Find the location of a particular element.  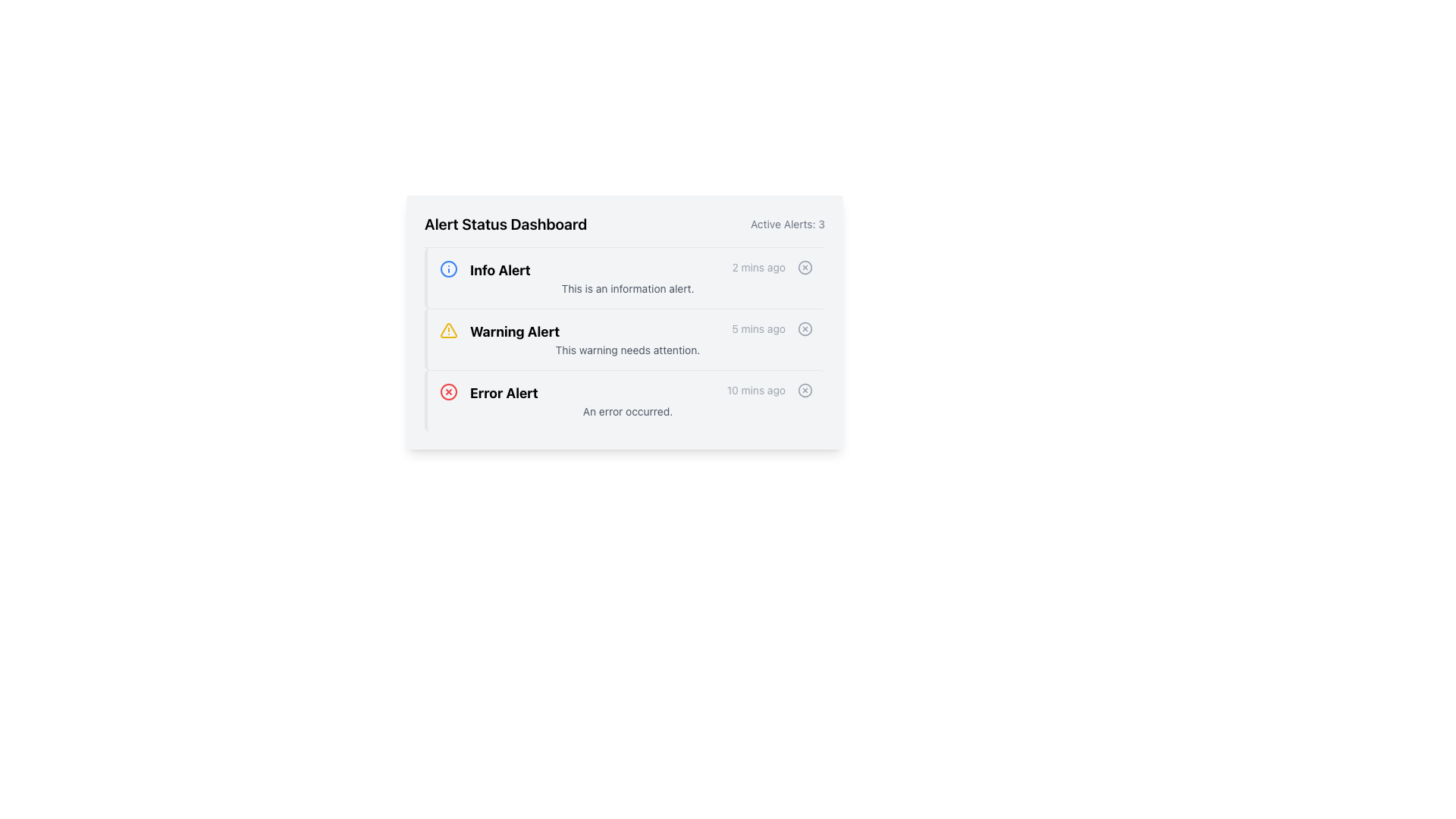

the circular icon with a blue border that is positioned to the left of the 'Info Alert' text in the top row of the alert listing is located at coordinates (447, 268).